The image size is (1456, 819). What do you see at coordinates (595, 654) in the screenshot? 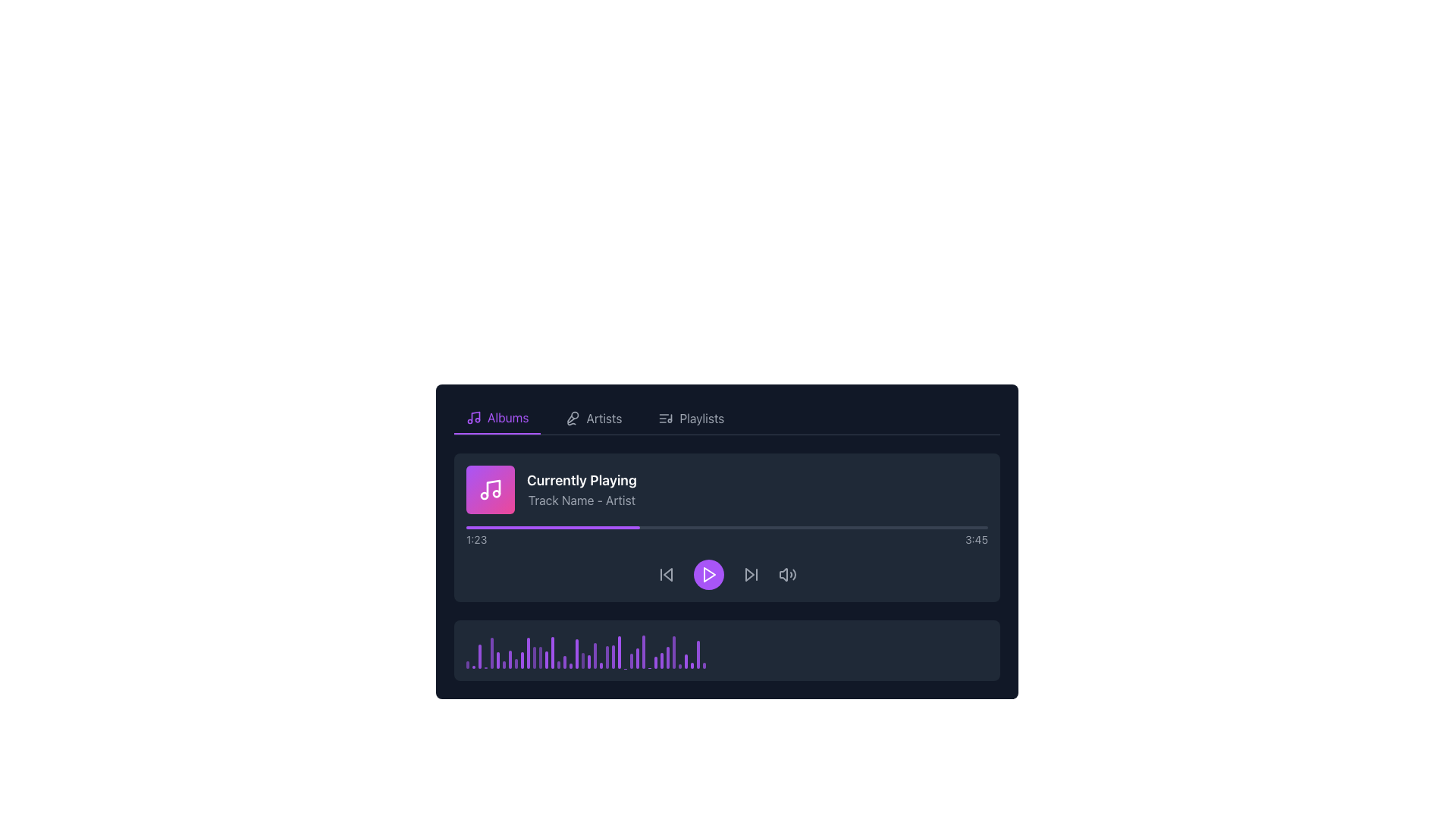
I see `the 23rd bar in the audio waveform bar graph to analyze its height and audio intensity` at bounding box center [595, 654].